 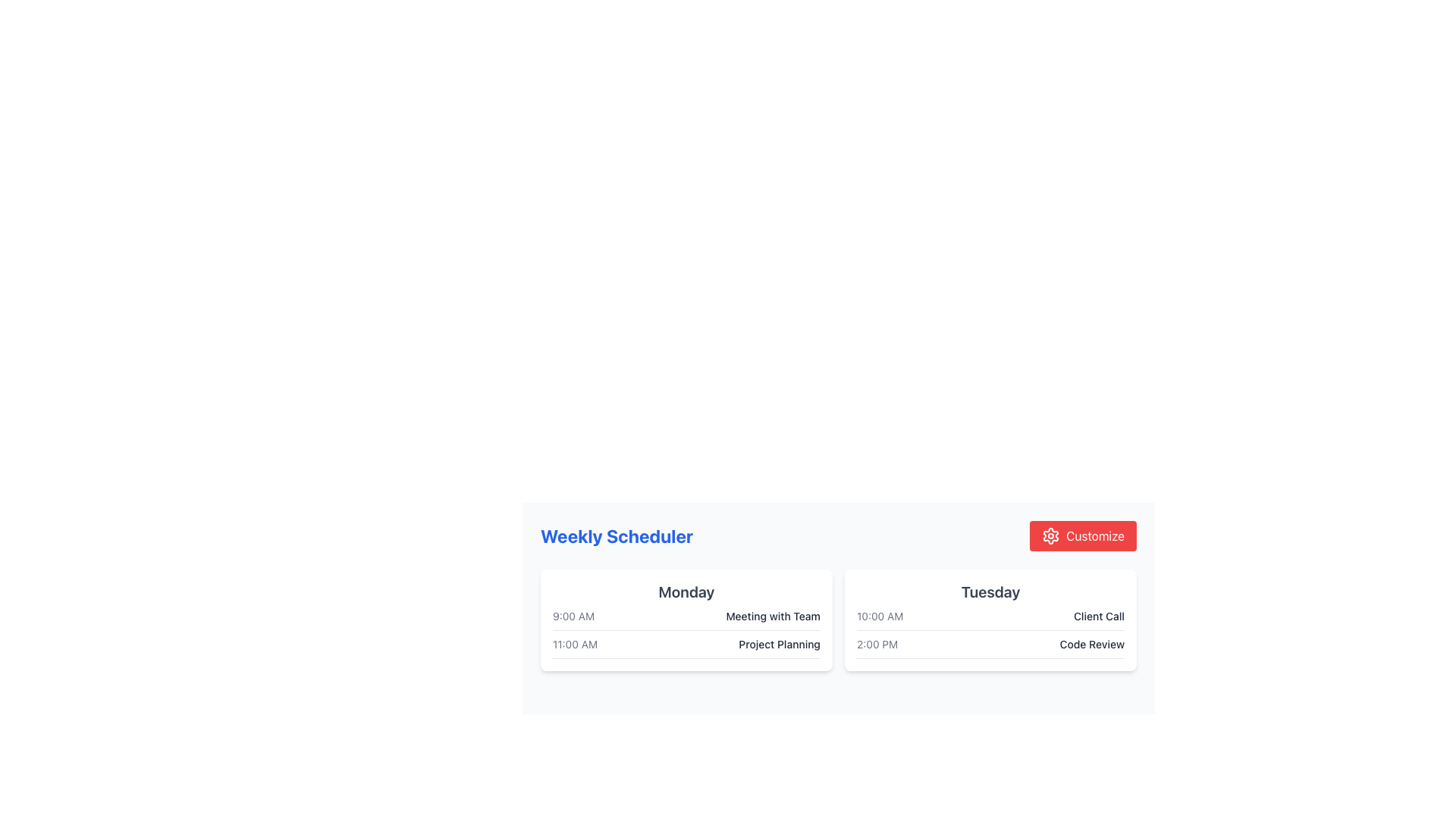 What do you see at coordinates (780, 644) in the screenshot?
I see `text label that displays 'Project Planning', which is styled in medium-sized dark gray font and positioned within a card layout under 'Monday' in the weekly scheduler` at bounding box center [780, 644].